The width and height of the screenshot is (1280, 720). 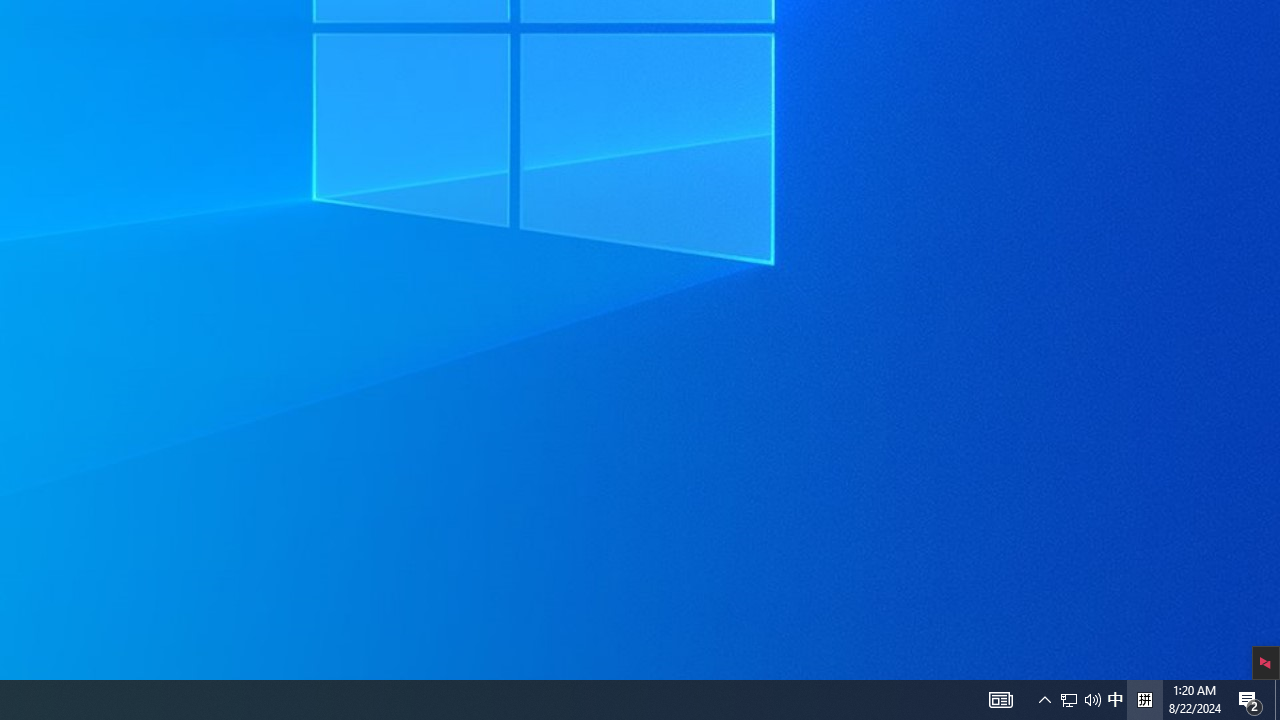 I want to click on 'Show desktop', so click(x=1250, y=698).